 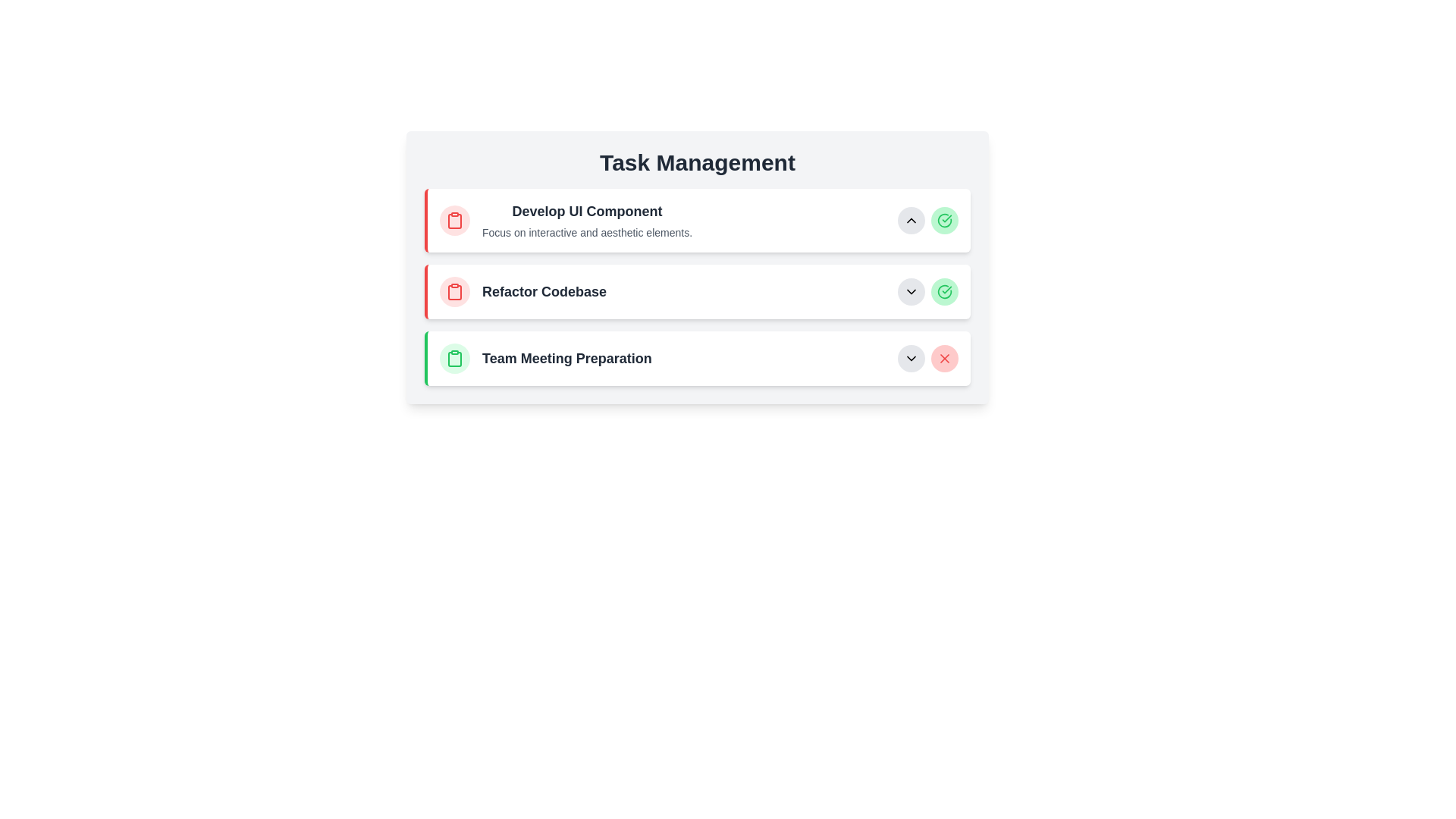 What do you see at coordinates (944, 292) in the screenshot?
I see `the circular green button with a checkmark icon, located next to the 'Refactor Codebase' task item` at bounding box center [944, 292].